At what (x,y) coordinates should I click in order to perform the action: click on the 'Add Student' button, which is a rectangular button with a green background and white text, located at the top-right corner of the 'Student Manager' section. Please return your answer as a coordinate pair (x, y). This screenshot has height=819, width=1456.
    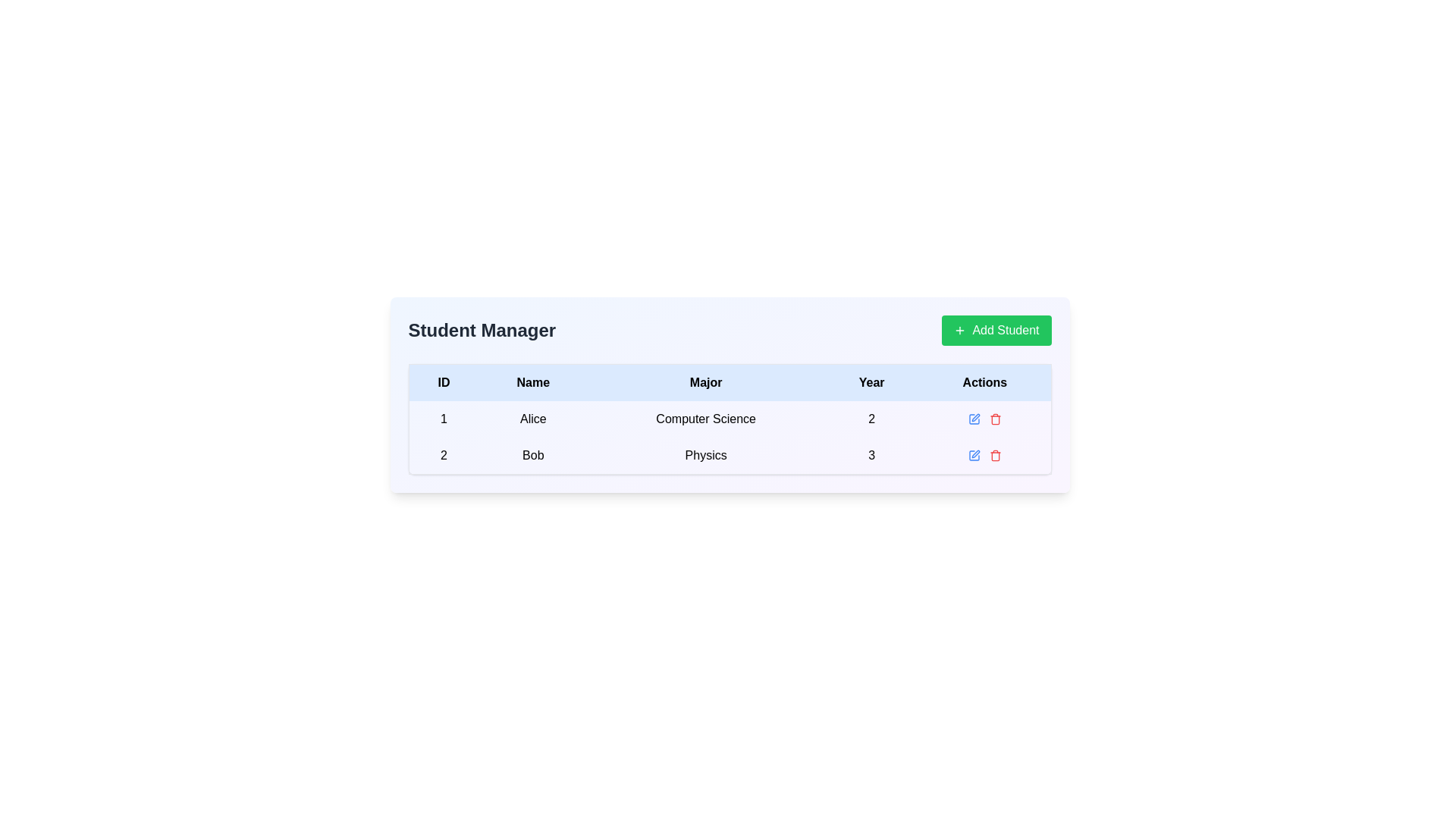
    Looking at the image, I should click on (996, 329).